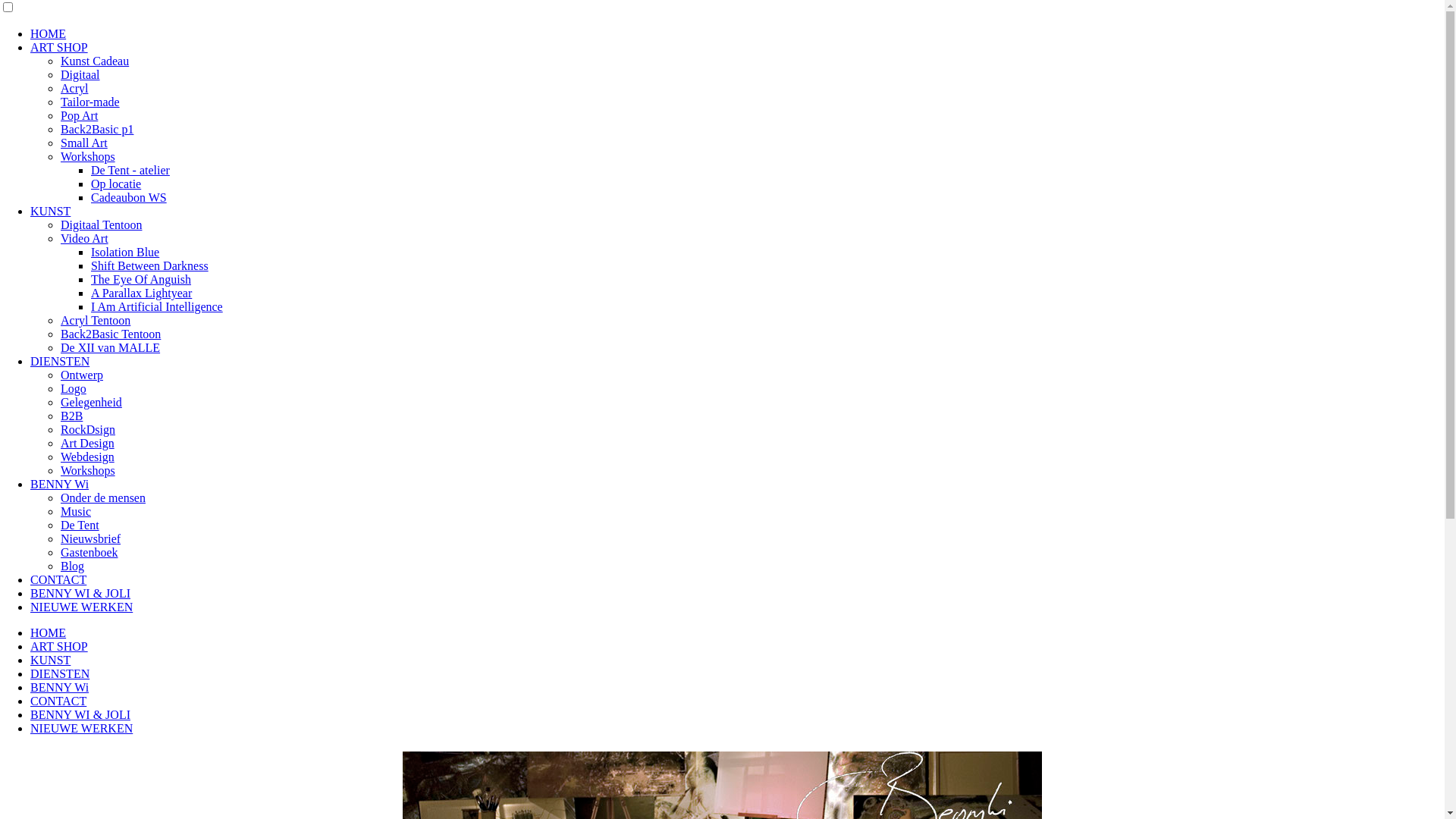 Image resolution: width=1456 pixels, height=819 pixels. I want to click on 'De Tent', so click(79, 524).